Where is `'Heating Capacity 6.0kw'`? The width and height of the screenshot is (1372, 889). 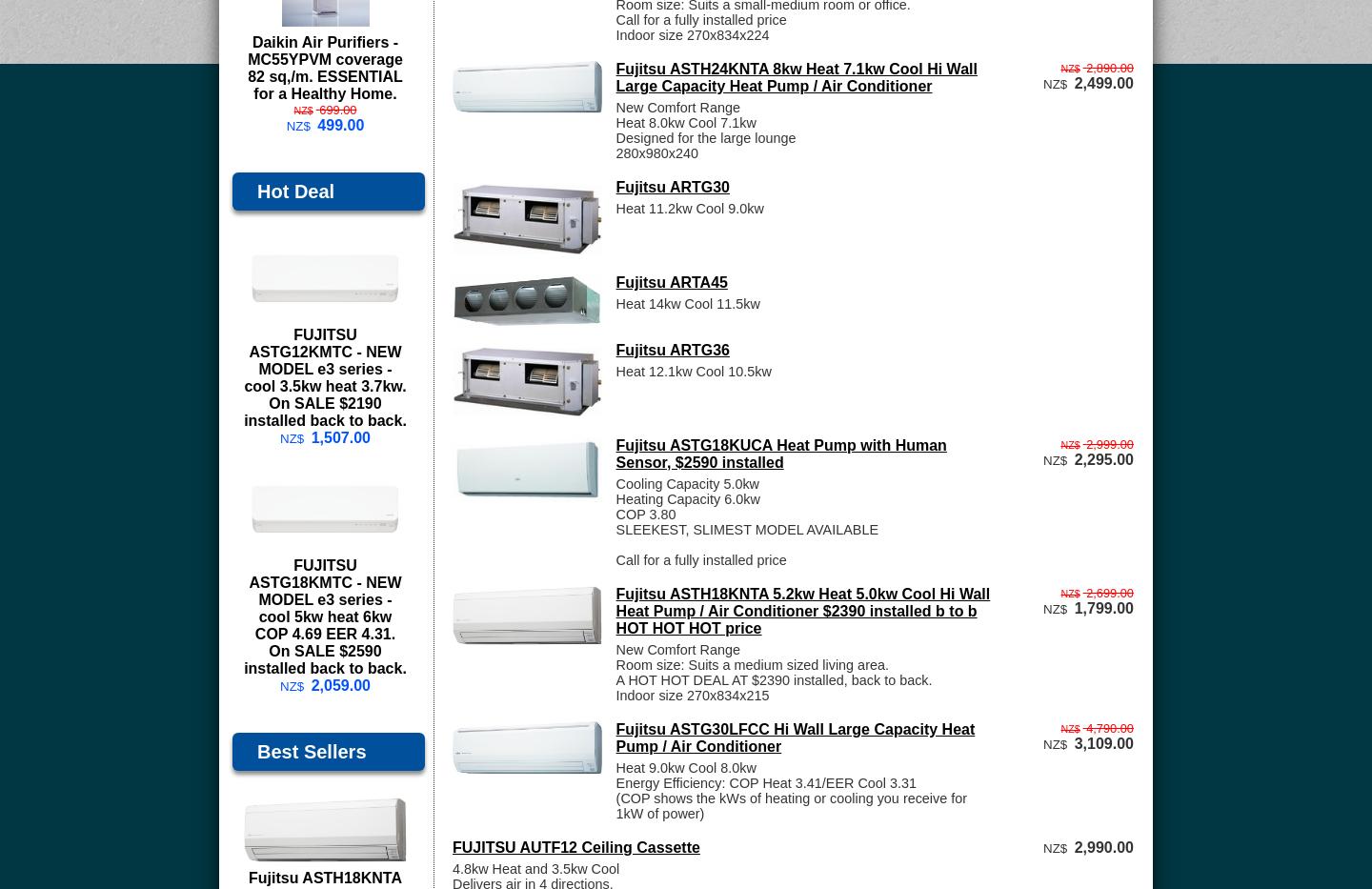
'Heating Capacity 6.0kw' is located at coordinates (686, 497).